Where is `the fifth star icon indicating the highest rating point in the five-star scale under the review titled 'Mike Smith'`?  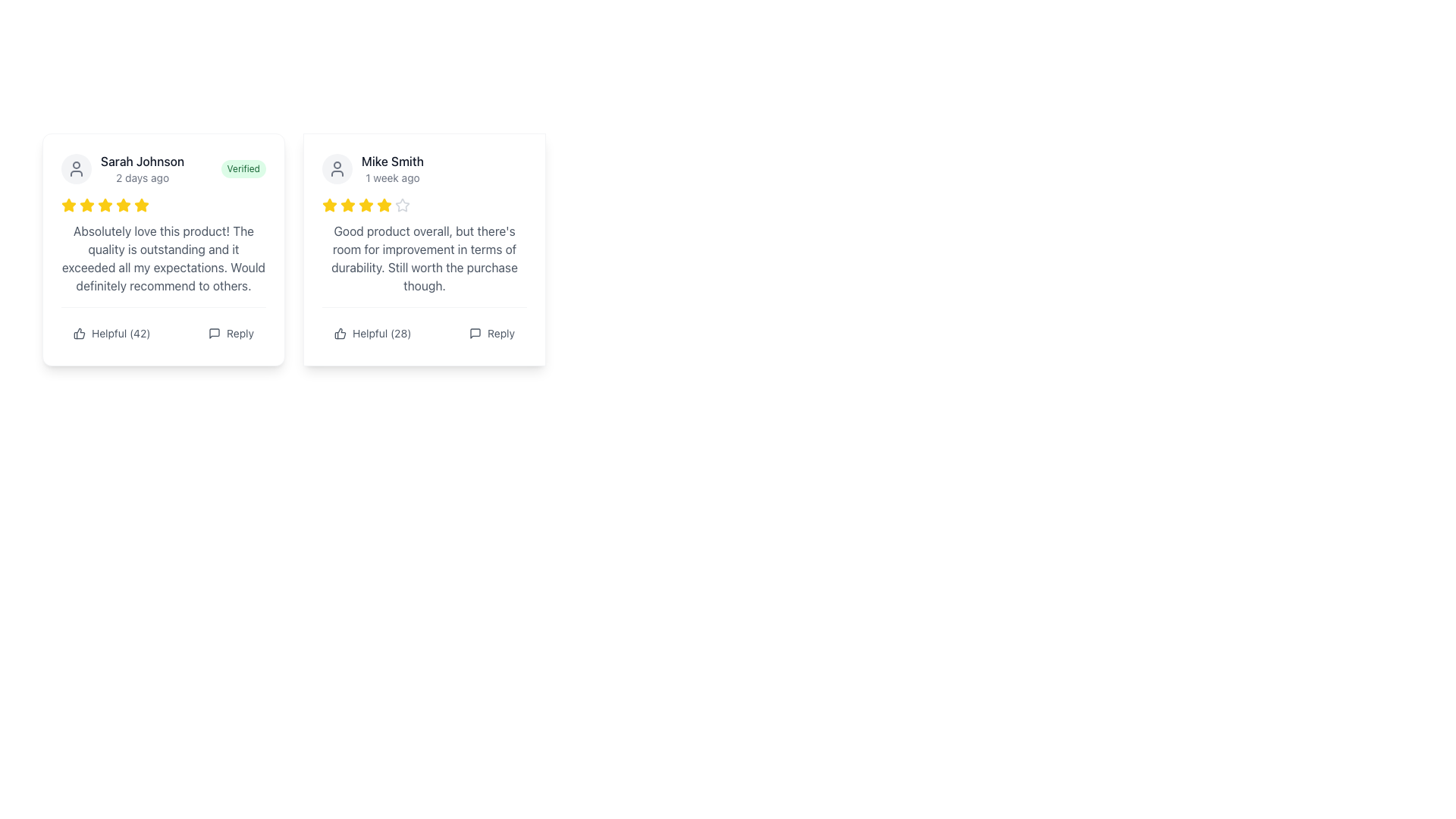 the fifth star icon indicating the highest rating point in the five-star scale under the review titled 'Mike Smith' is located at coordinates (403, 205).